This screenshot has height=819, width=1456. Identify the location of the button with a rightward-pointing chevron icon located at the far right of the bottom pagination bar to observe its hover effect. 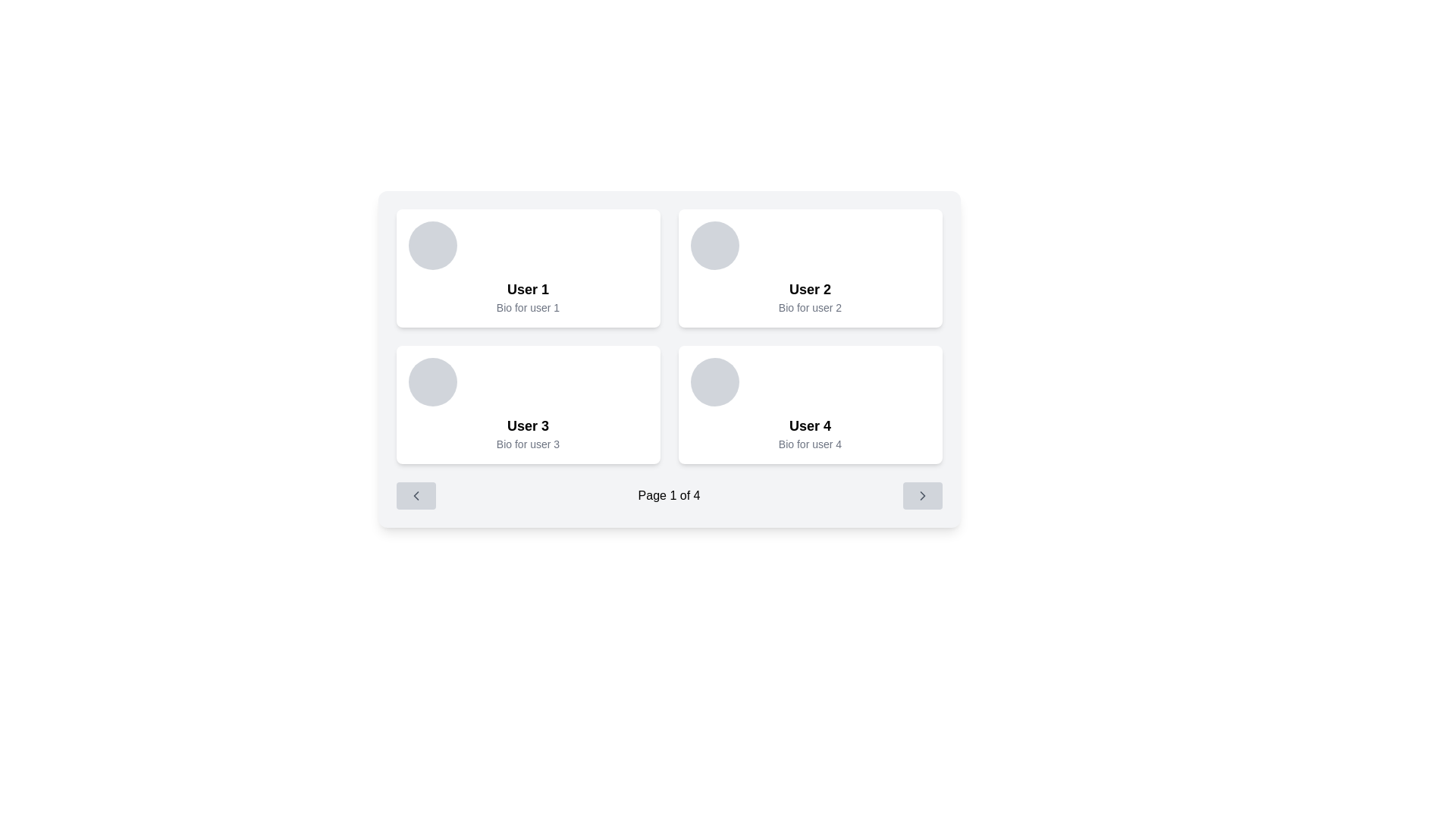
(921, 496).